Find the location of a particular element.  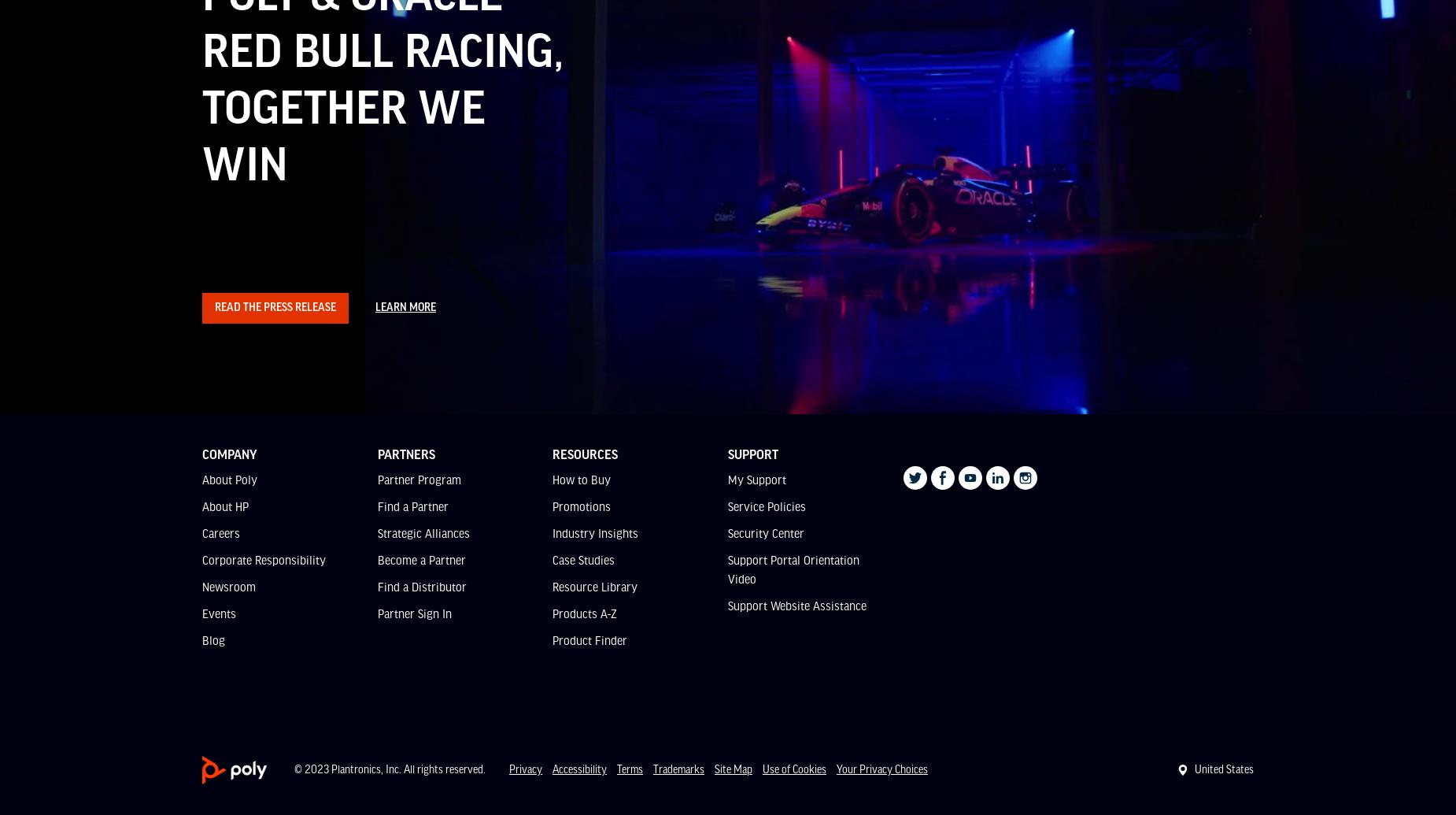

'Newsroom' is located at coordinates (228, 585).